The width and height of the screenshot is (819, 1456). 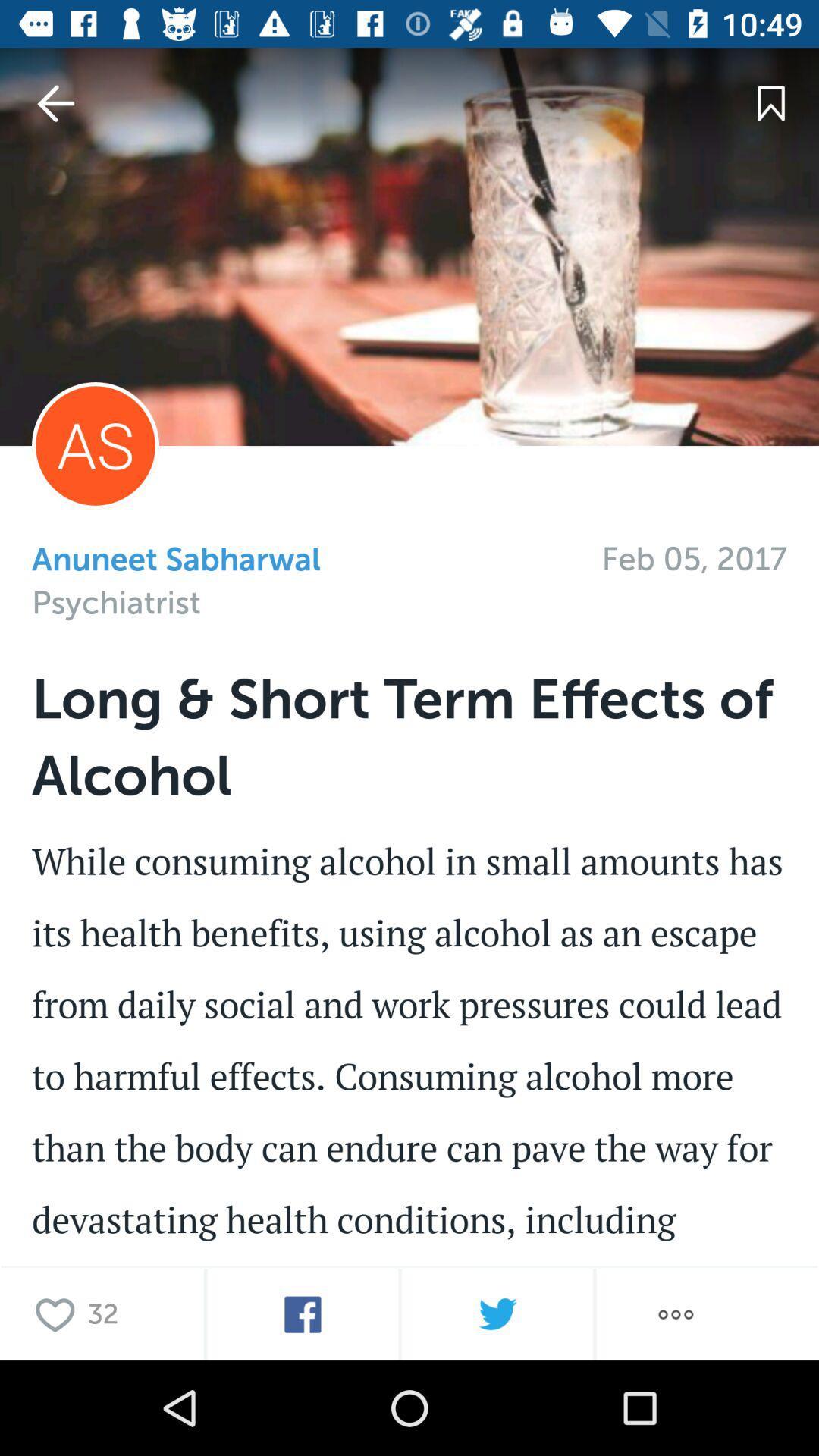 I want to click on the twitter icon, so click(x=497, y=1313).